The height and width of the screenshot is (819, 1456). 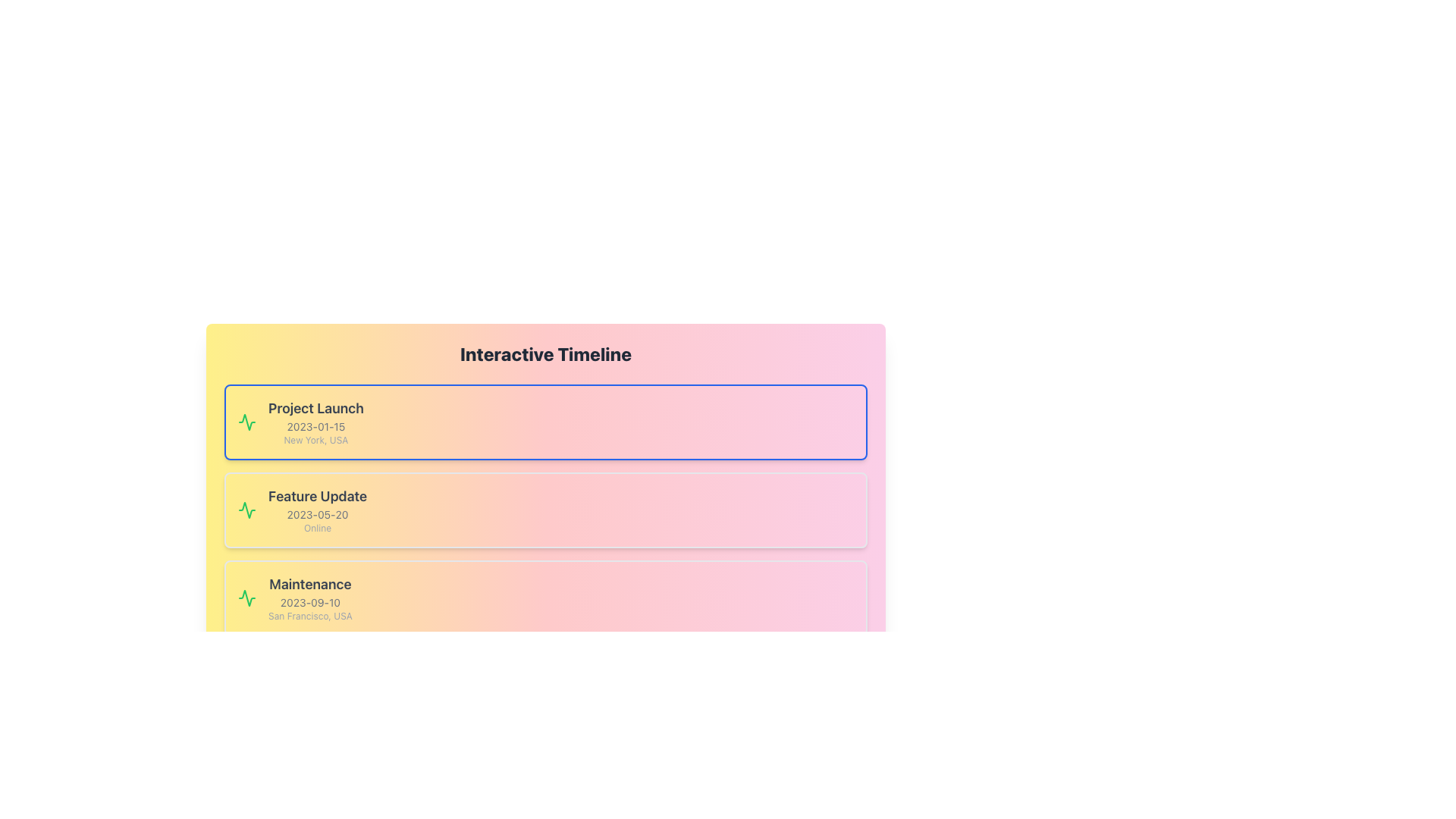 I want to click on the label displaying the date '2023-09-10' located in the 'Maintenance' section, positioned between the 'Maintenance' title and 'San Francisco, USA' location text, so click(x=309, y=601).